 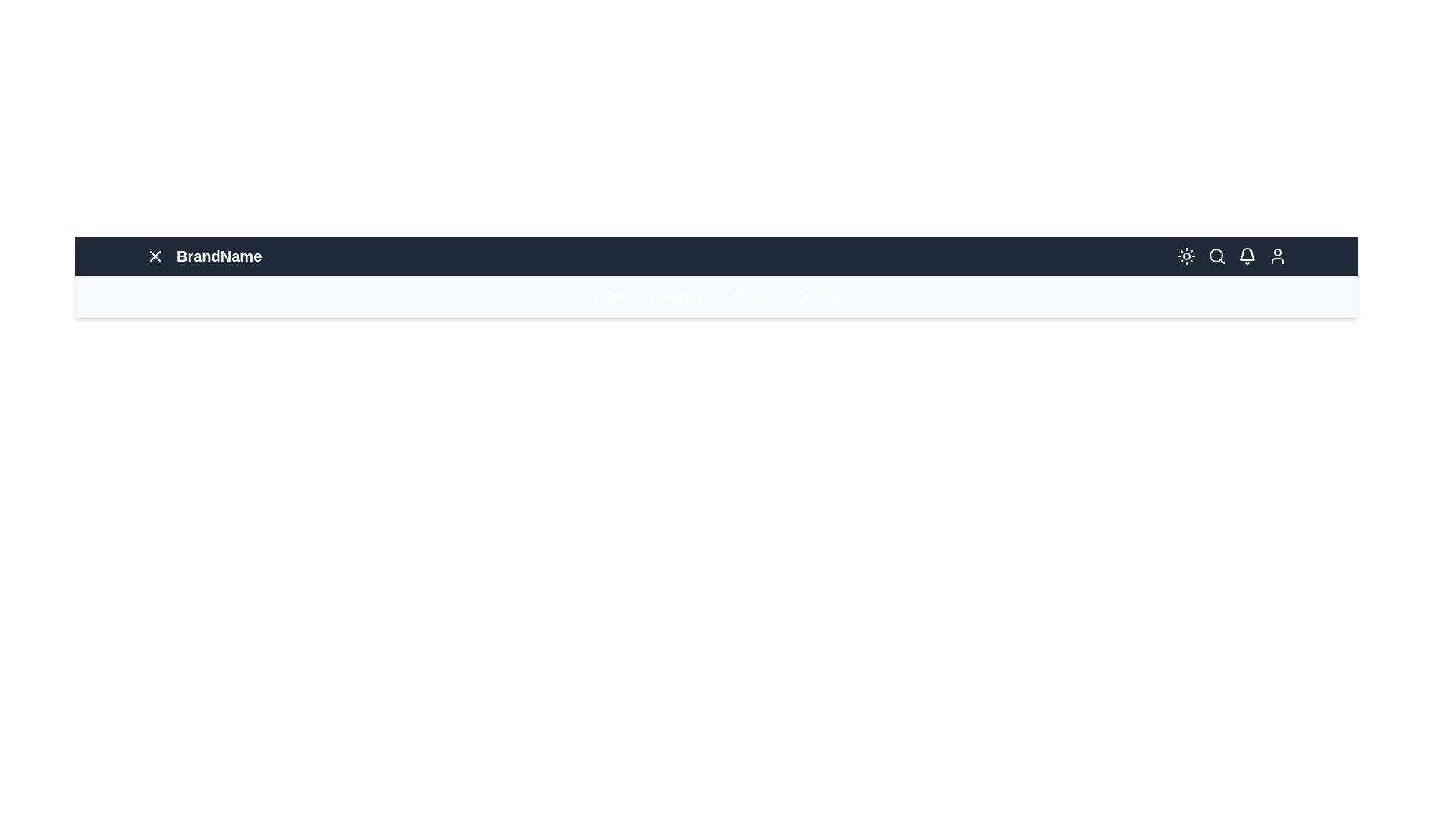 What do you see at coordinates (1276, 256) in the screenshot?
I see `the User icon in the navigation bar` at bounding box center [1276, 256].